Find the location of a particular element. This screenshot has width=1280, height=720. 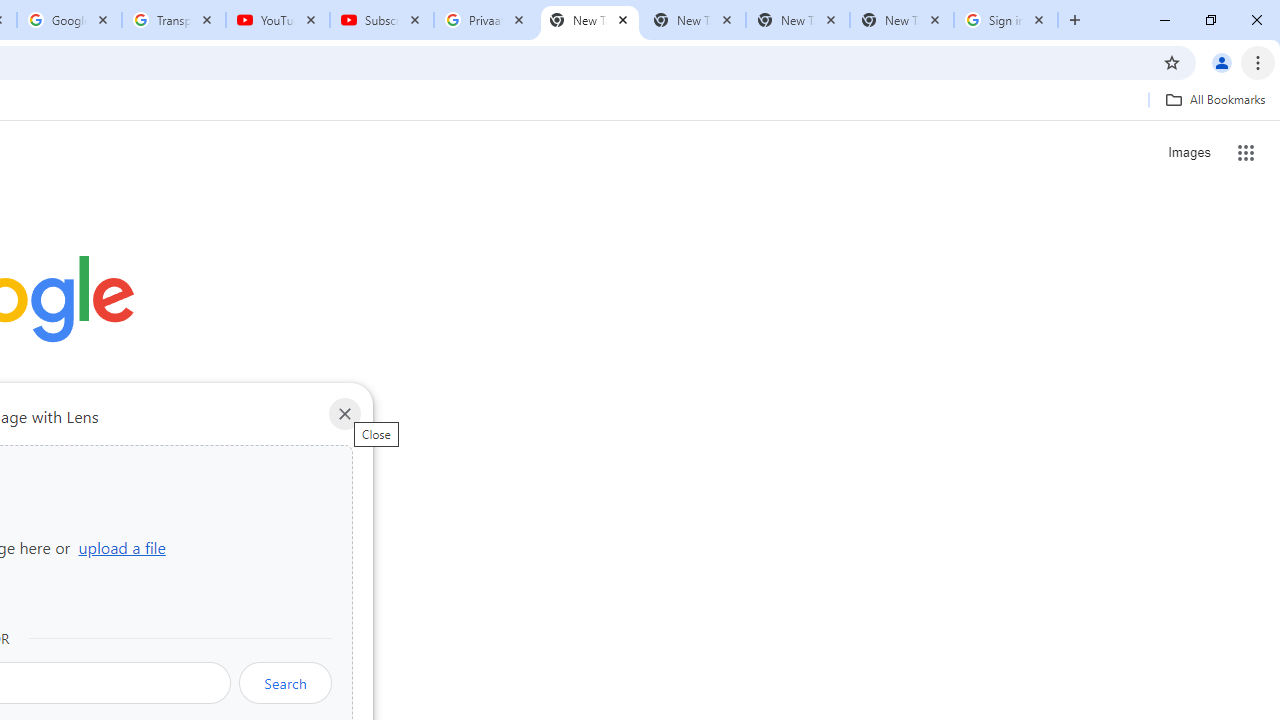

'Subscriptions - YouTube' is located at coordinates (382, 20).